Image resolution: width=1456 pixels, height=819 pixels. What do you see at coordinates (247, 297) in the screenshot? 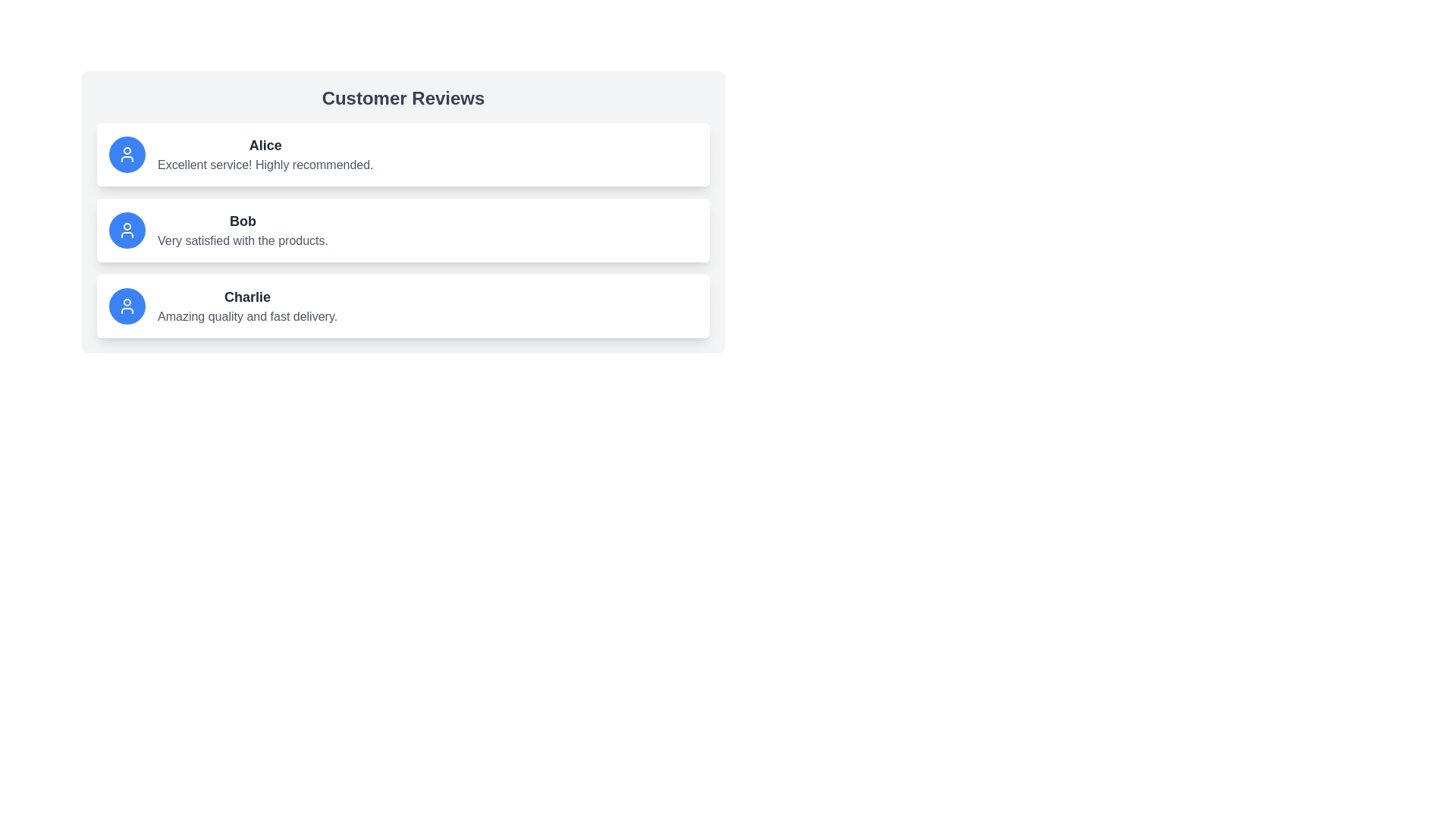
I see `the text label displaying the name 'Charlie', which is styled in a large, bold font and positioned at the top of the testimonial section` at bounding box center [247, 297].